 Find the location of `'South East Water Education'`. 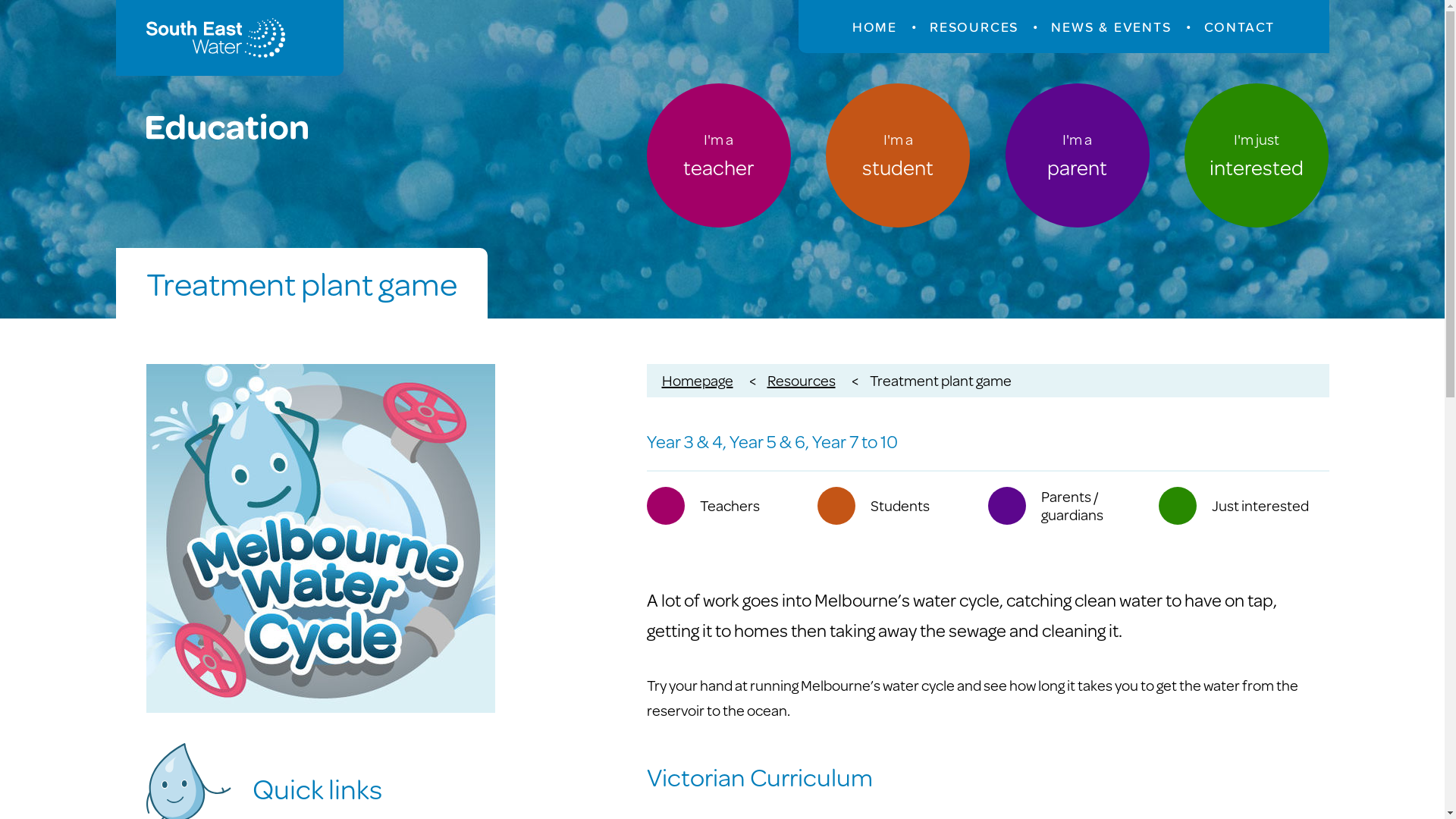

'South East Water Education' is located at coordinates (228, 37).